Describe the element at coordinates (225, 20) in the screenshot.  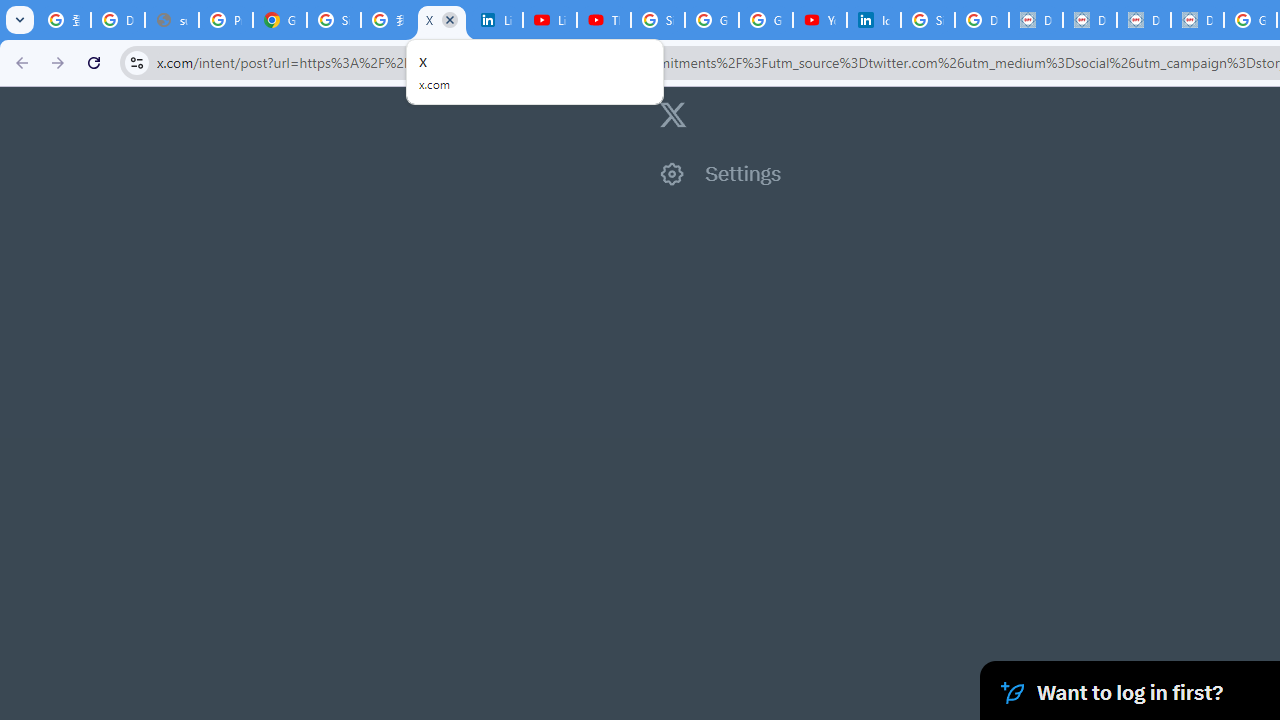
I see `'Privacy Help Center - Policies Help'` at that location.